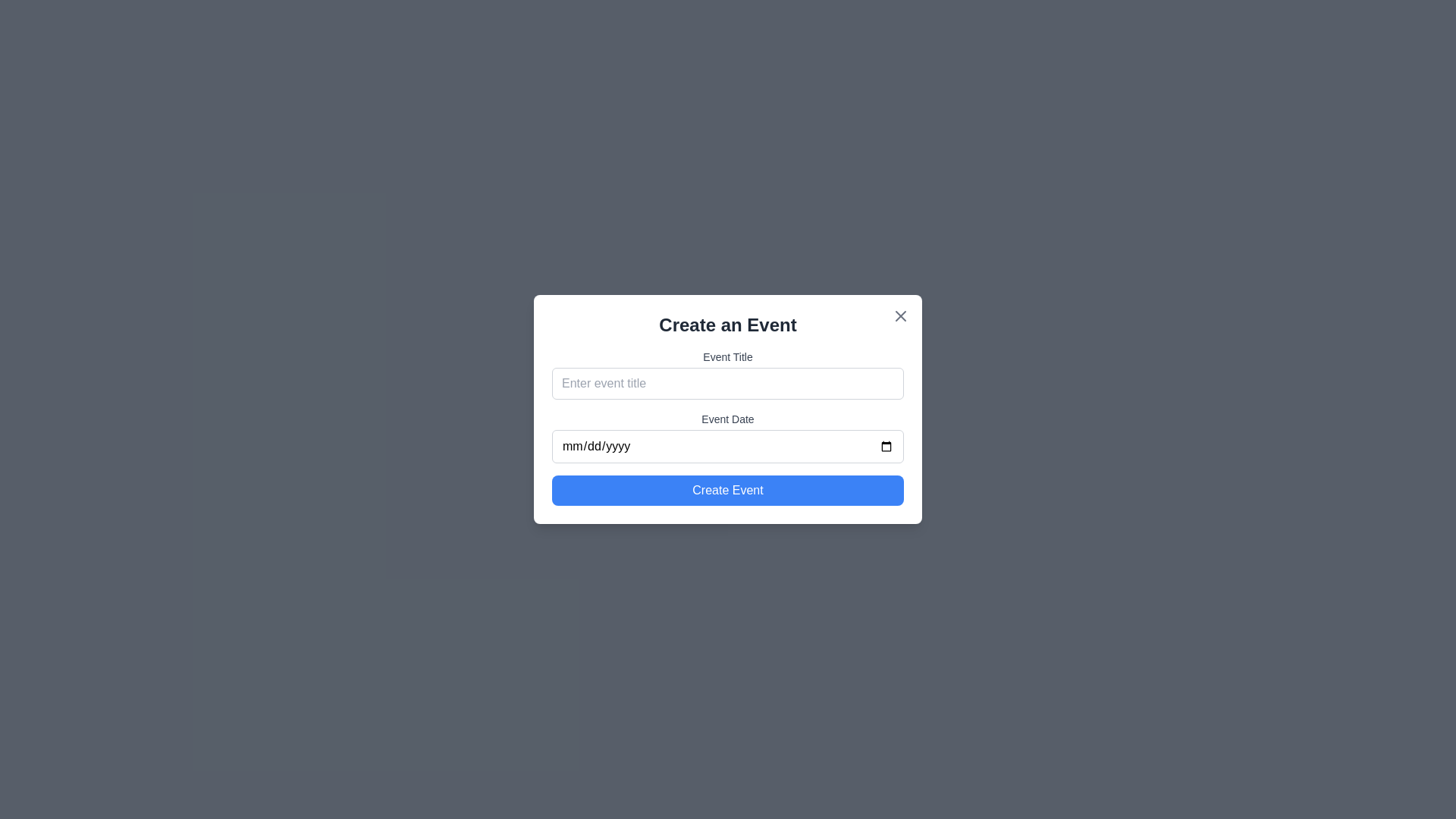 The image size is (1456, 819). I want to click on the close icon located at the top-right corner of the 'Create an Event' modal to potentially reveal a tooltip, so click(901, 315).